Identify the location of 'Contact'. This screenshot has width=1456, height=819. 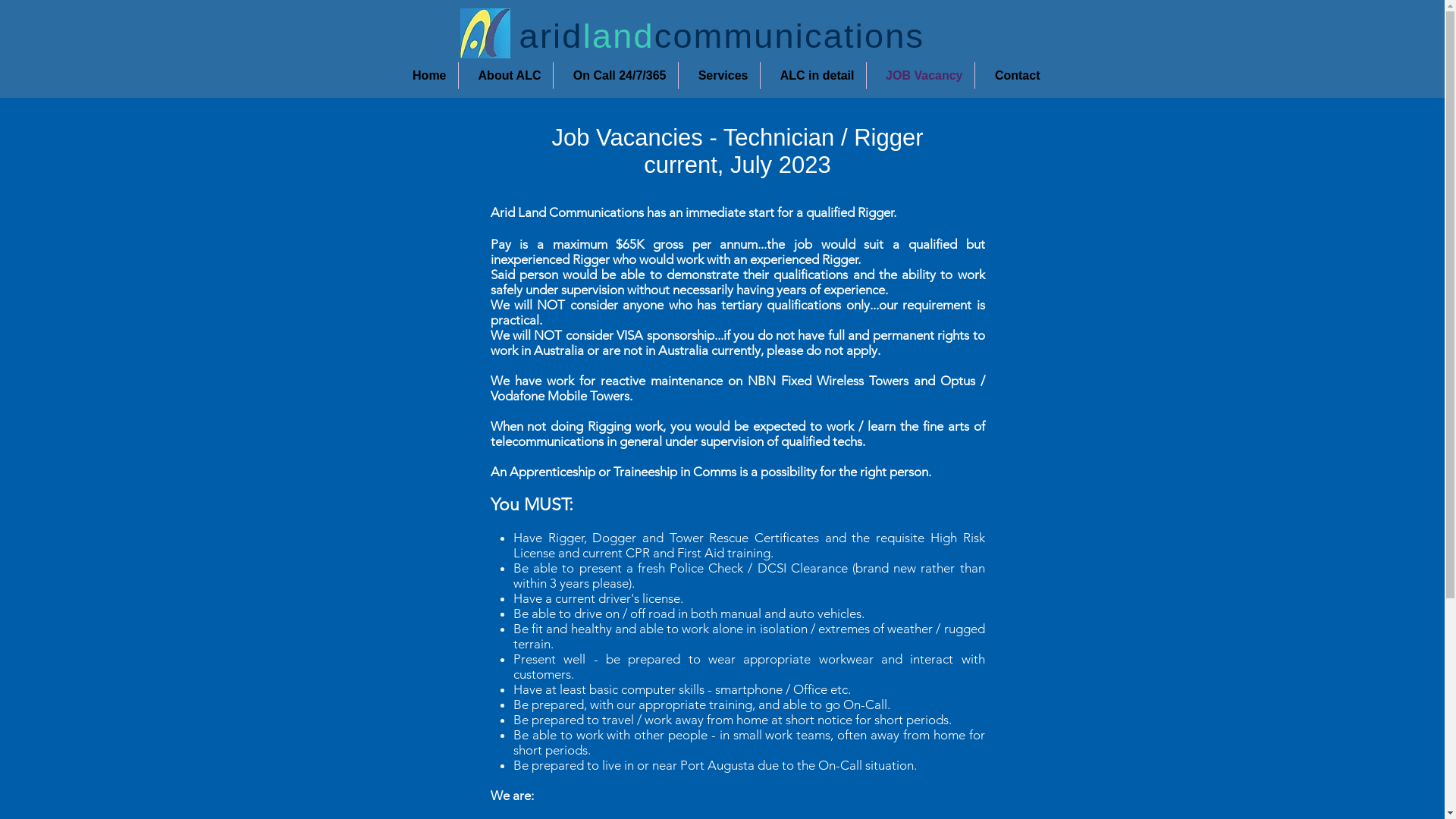
(1013, 75).